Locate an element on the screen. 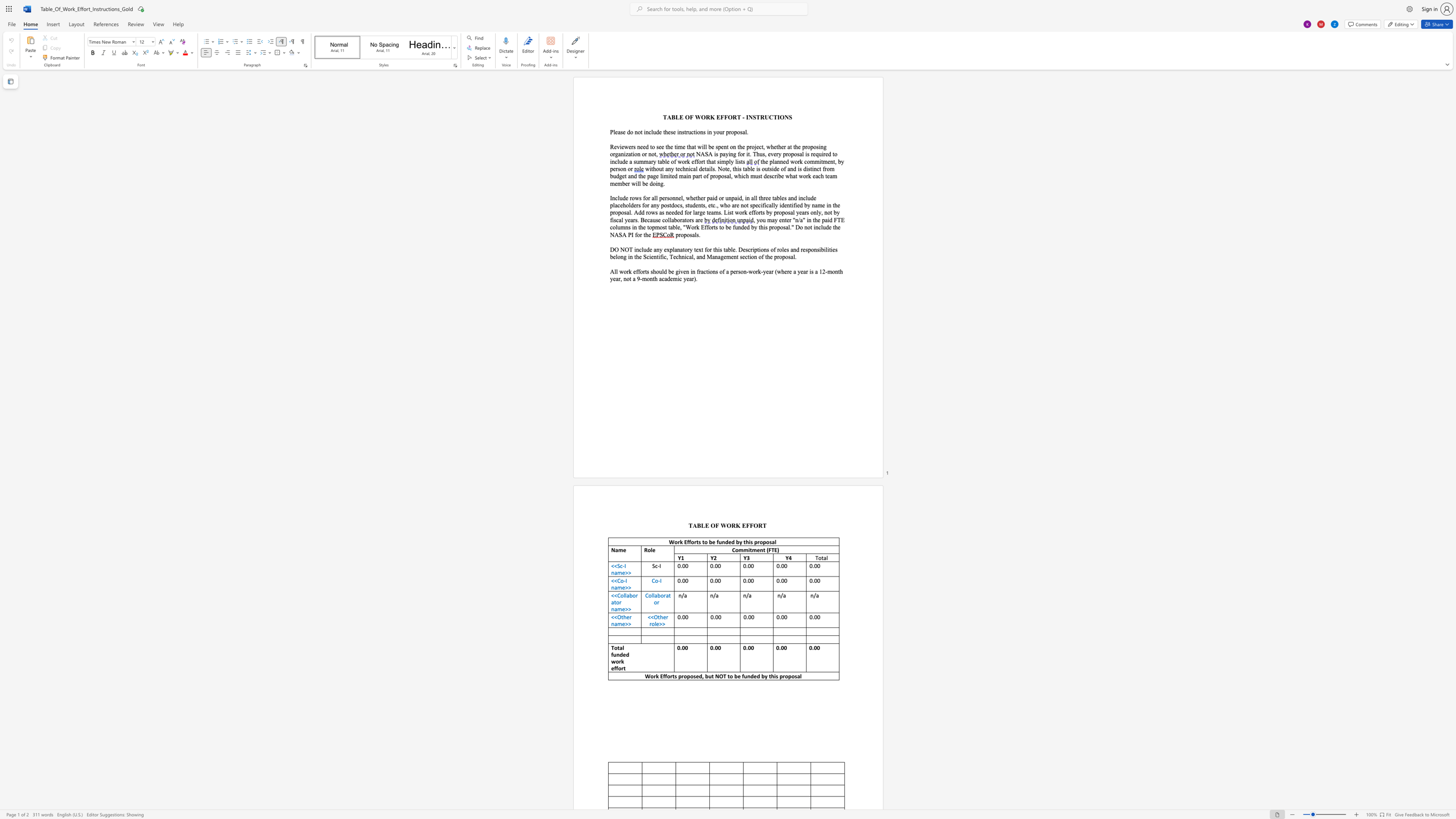 The height and width of the screenshot is (819, 1456). the 3th character "f" in the text is located at coordinates (717, 541).